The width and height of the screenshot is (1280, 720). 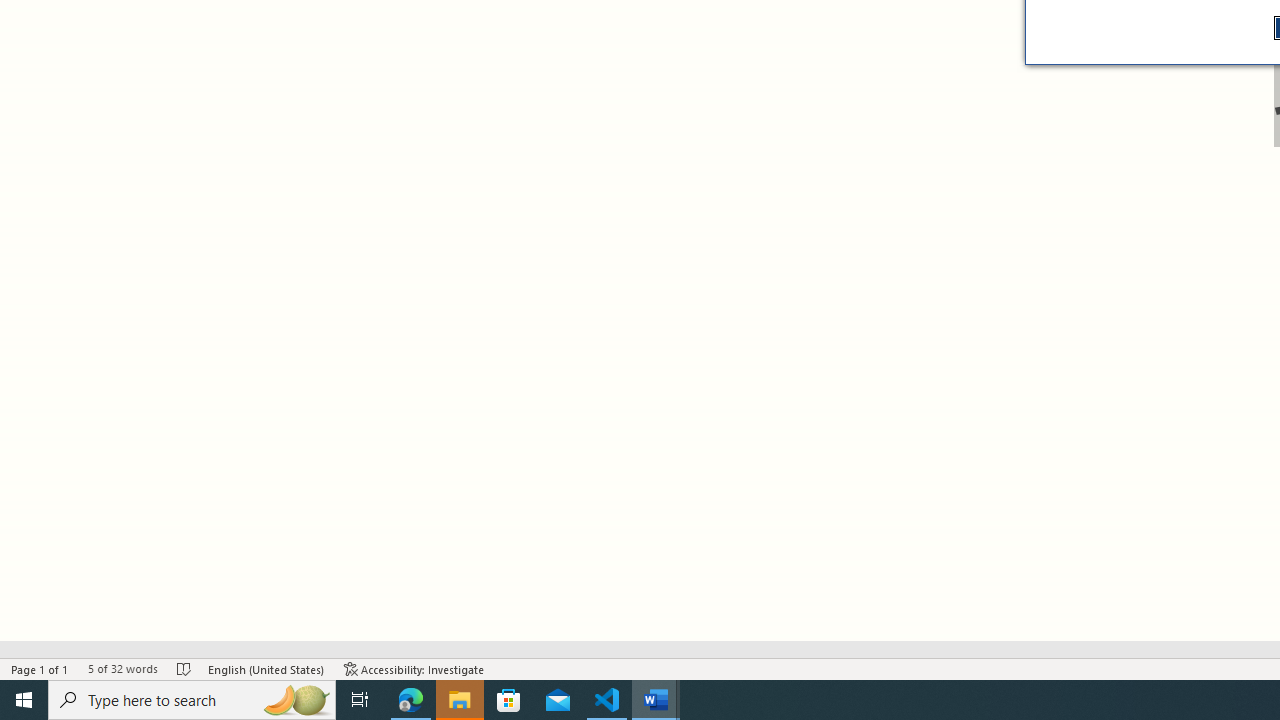 What do you see at coordinates (40, 669) in the screenshot?
I see `'Page Number Page 1 of 1'` at bounding box center [40, 669].